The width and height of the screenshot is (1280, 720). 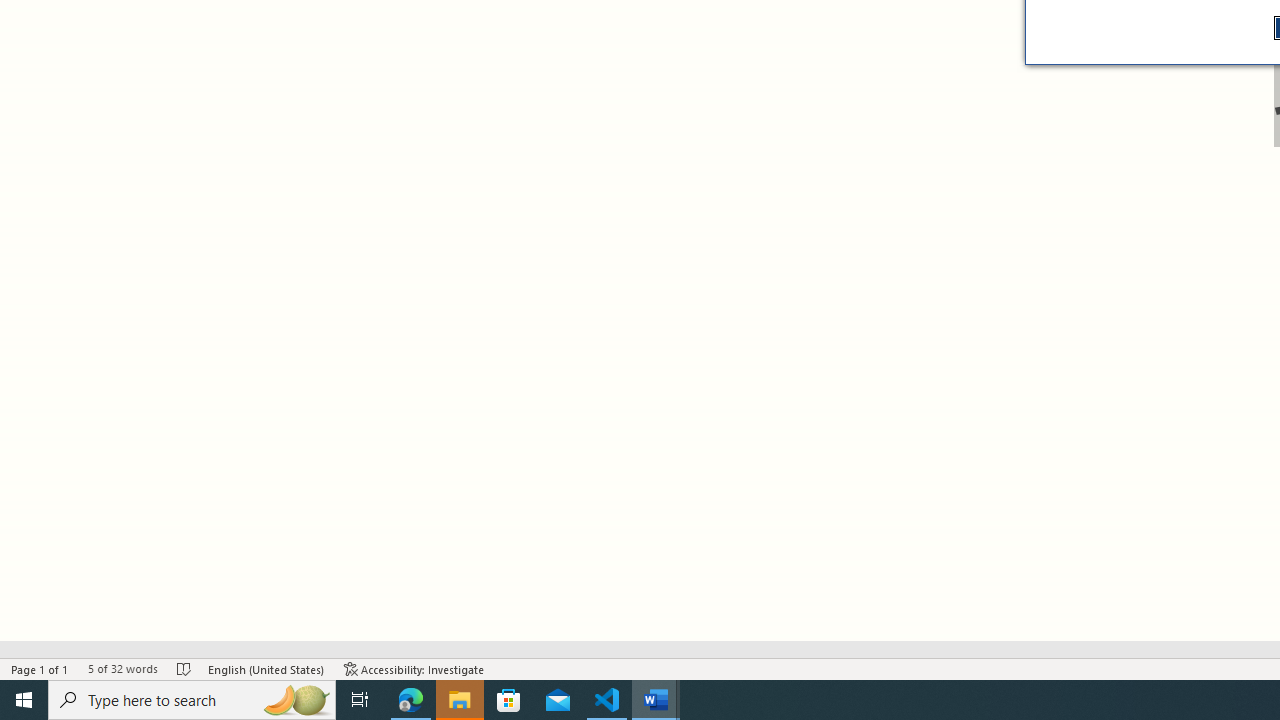 What do you see at coordinates (40, 669) in the screenshot?
I see `'Page Number Page 1 of 1'` at bounding box center [40, 669].